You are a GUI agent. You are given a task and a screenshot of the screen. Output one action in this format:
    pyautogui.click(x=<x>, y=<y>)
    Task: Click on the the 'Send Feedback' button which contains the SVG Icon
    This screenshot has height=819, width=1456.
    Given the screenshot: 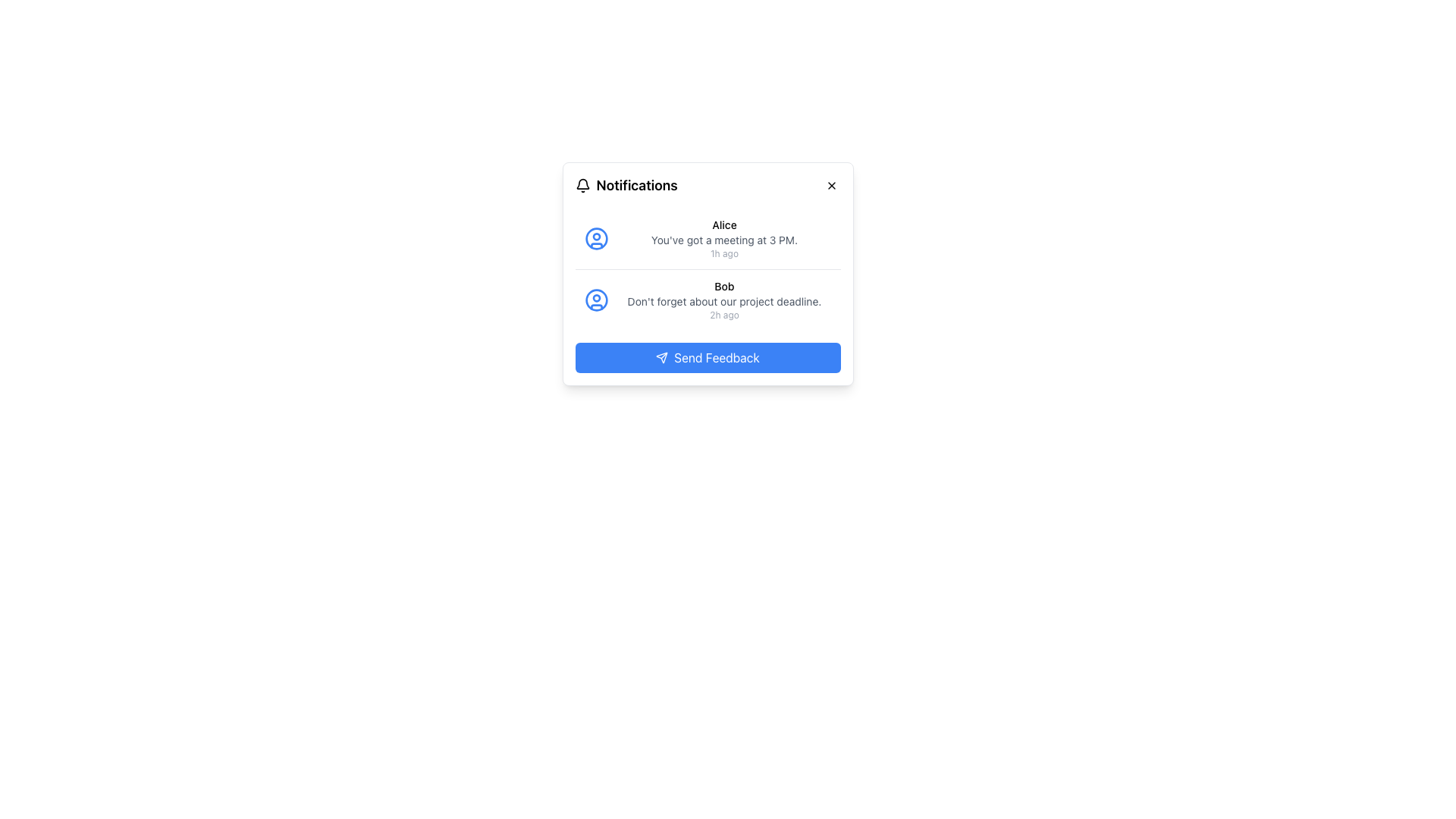 What is the action you would take?
    pyautogui.click(x=662, y=357)
    